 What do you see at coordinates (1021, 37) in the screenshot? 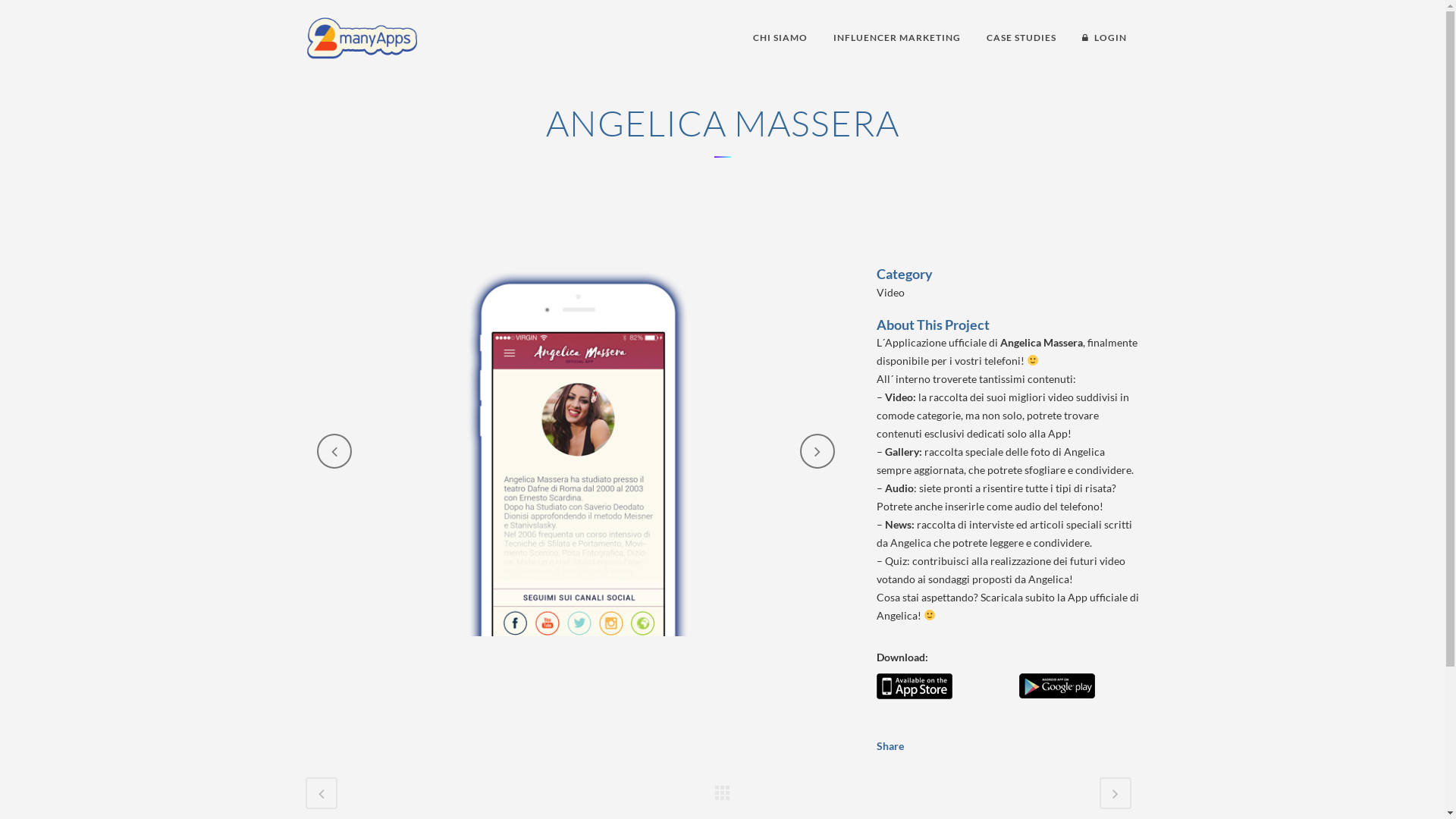
I see `'CASE STUDIES'` at bounding box center [1021, 37].